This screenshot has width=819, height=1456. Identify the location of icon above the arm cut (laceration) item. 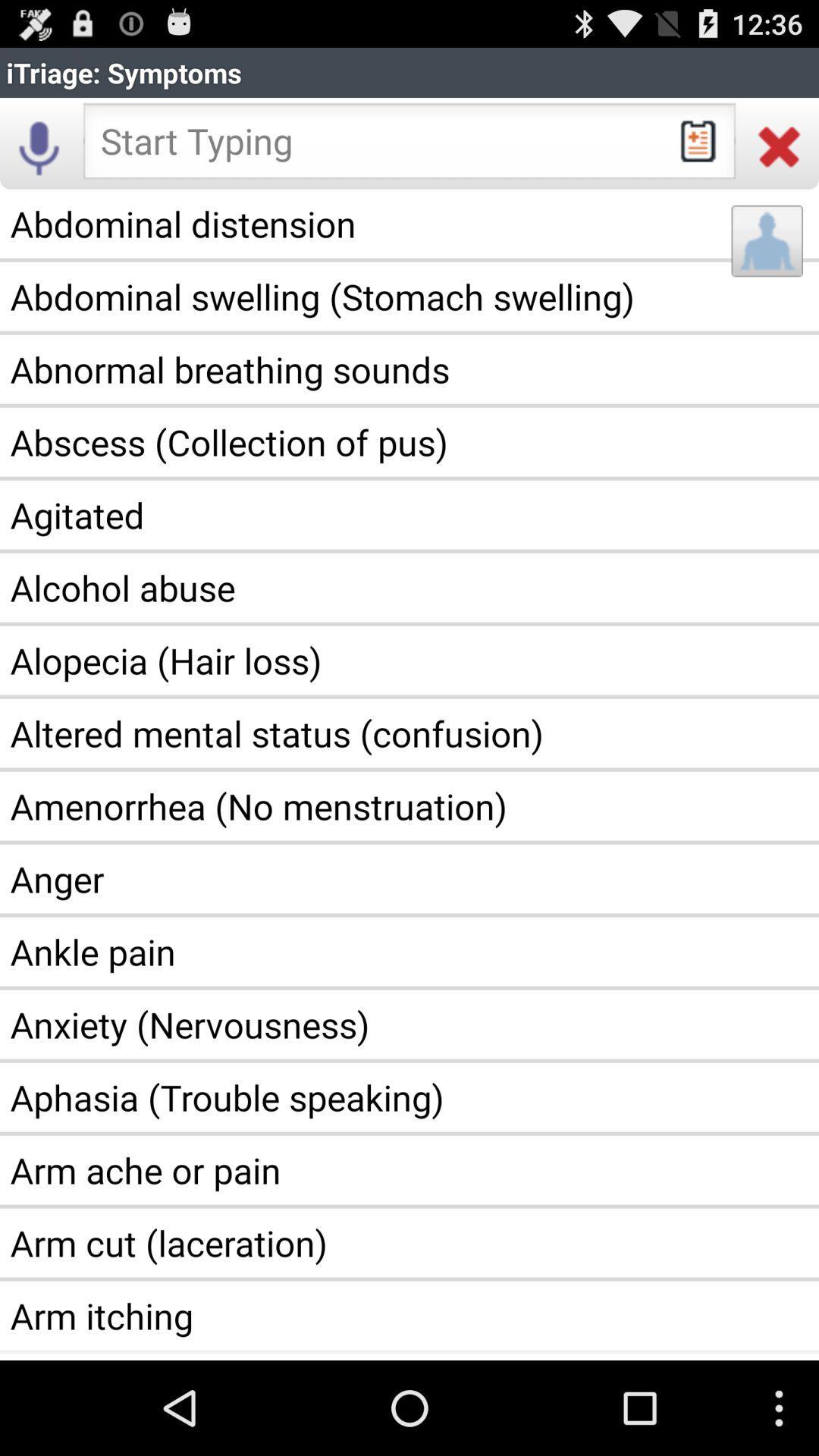
(409, 1169).